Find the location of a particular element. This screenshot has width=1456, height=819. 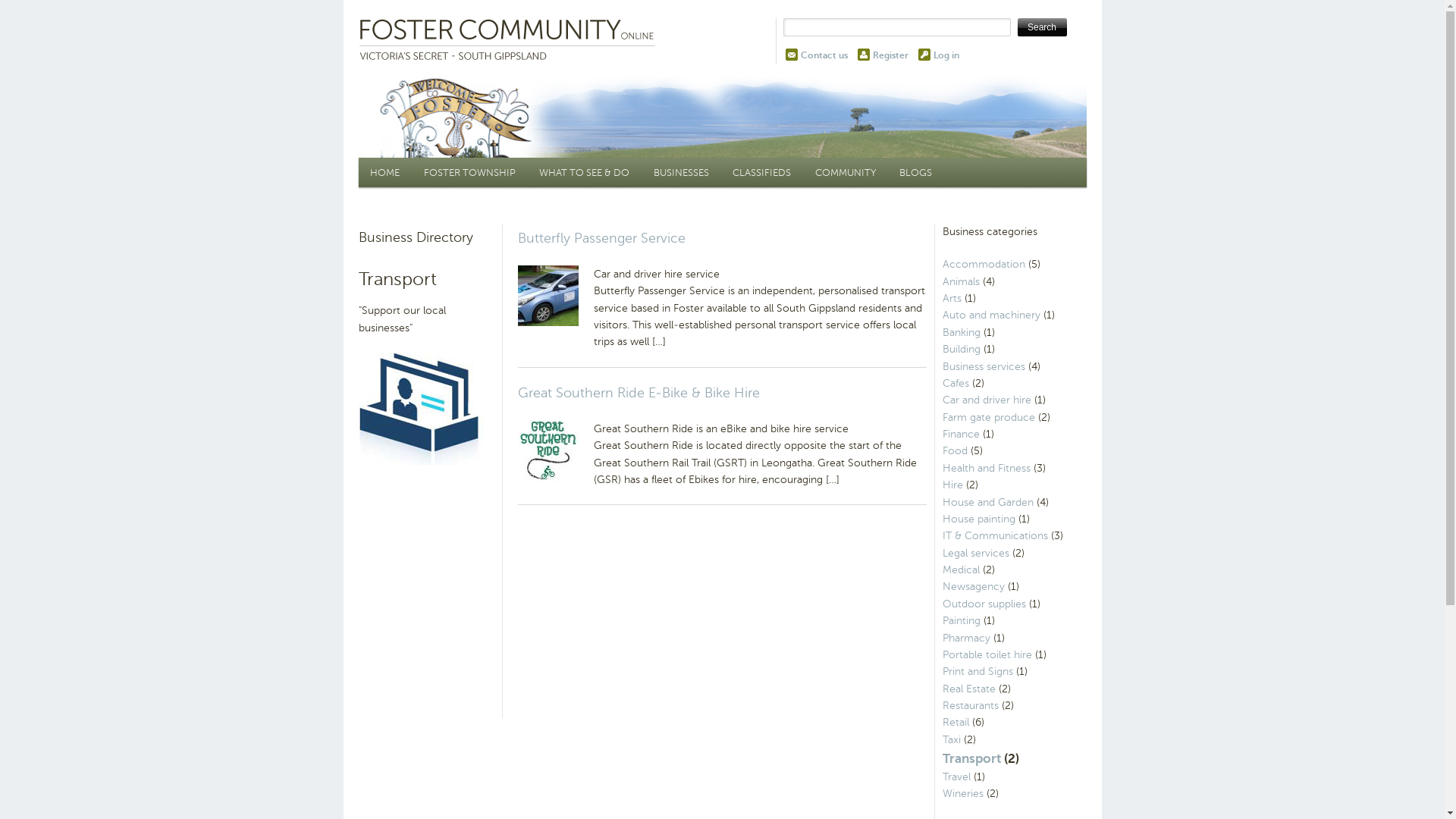

'HOME' is located at coordinates (384, 171).